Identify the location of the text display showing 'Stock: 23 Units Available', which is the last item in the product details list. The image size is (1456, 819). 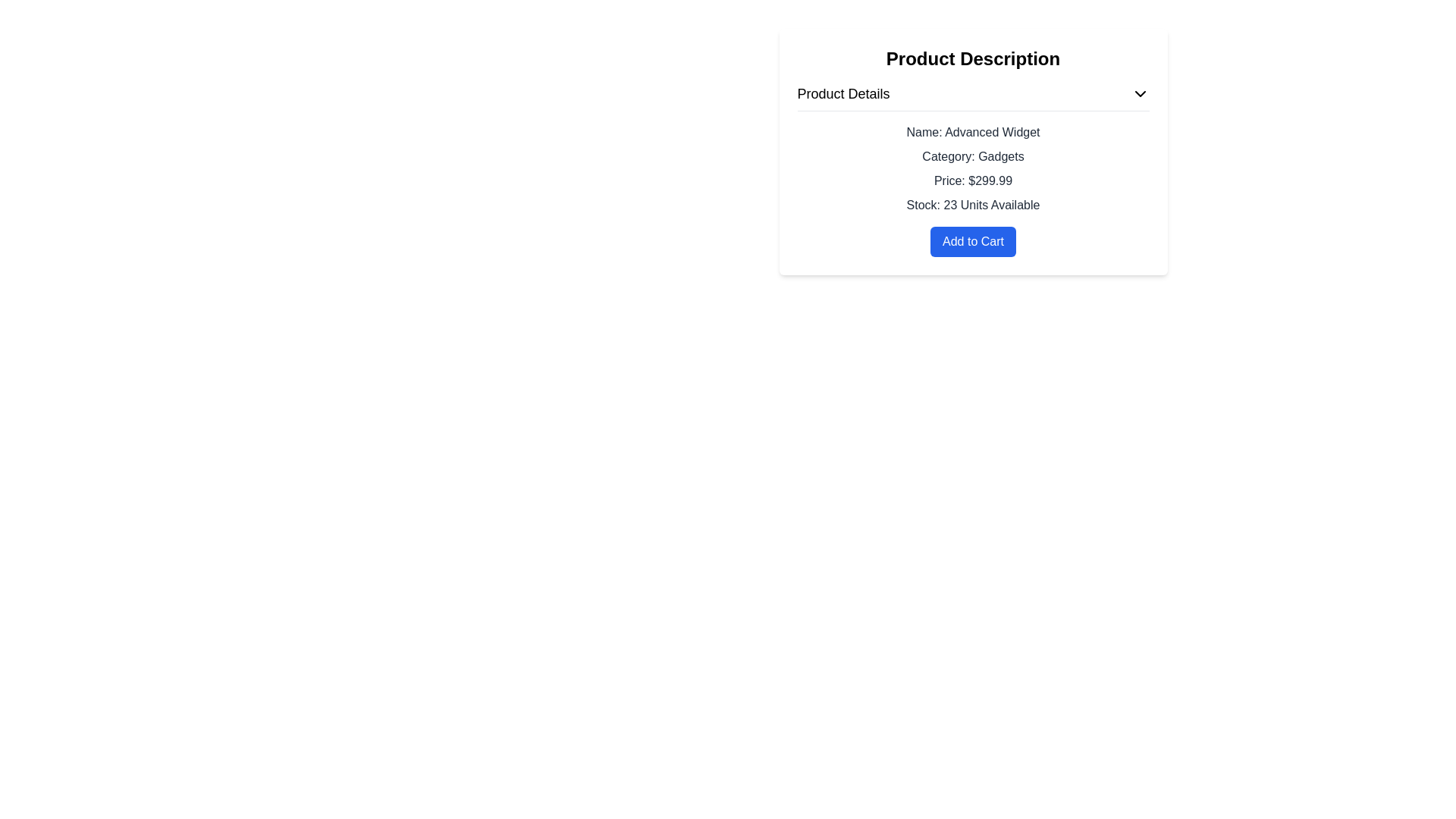
(973, 205).